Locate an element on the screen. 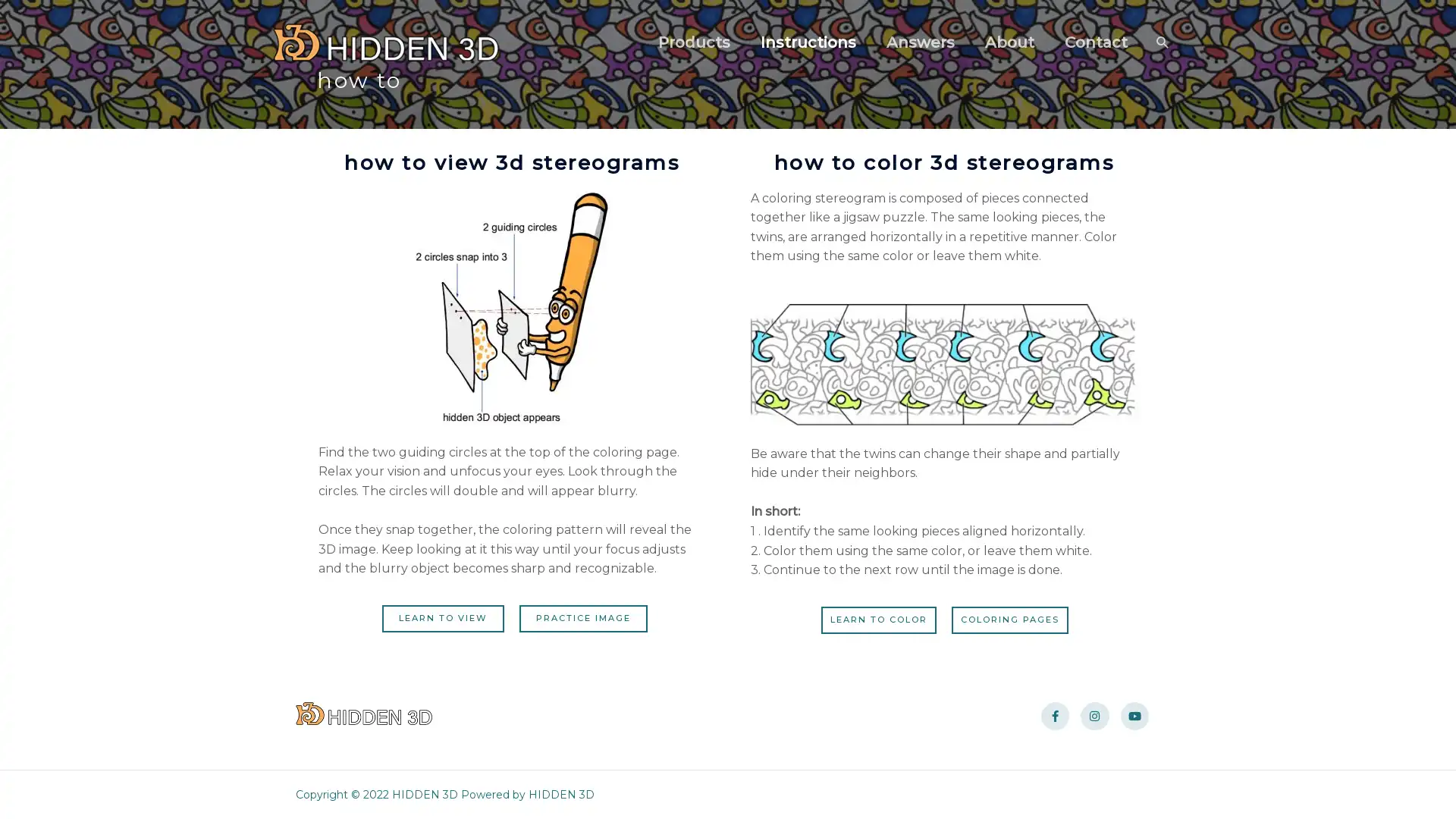 The width and height of the screenshot is (1456, 819). COLORING PAGES is located at coordinates (1015, 620).